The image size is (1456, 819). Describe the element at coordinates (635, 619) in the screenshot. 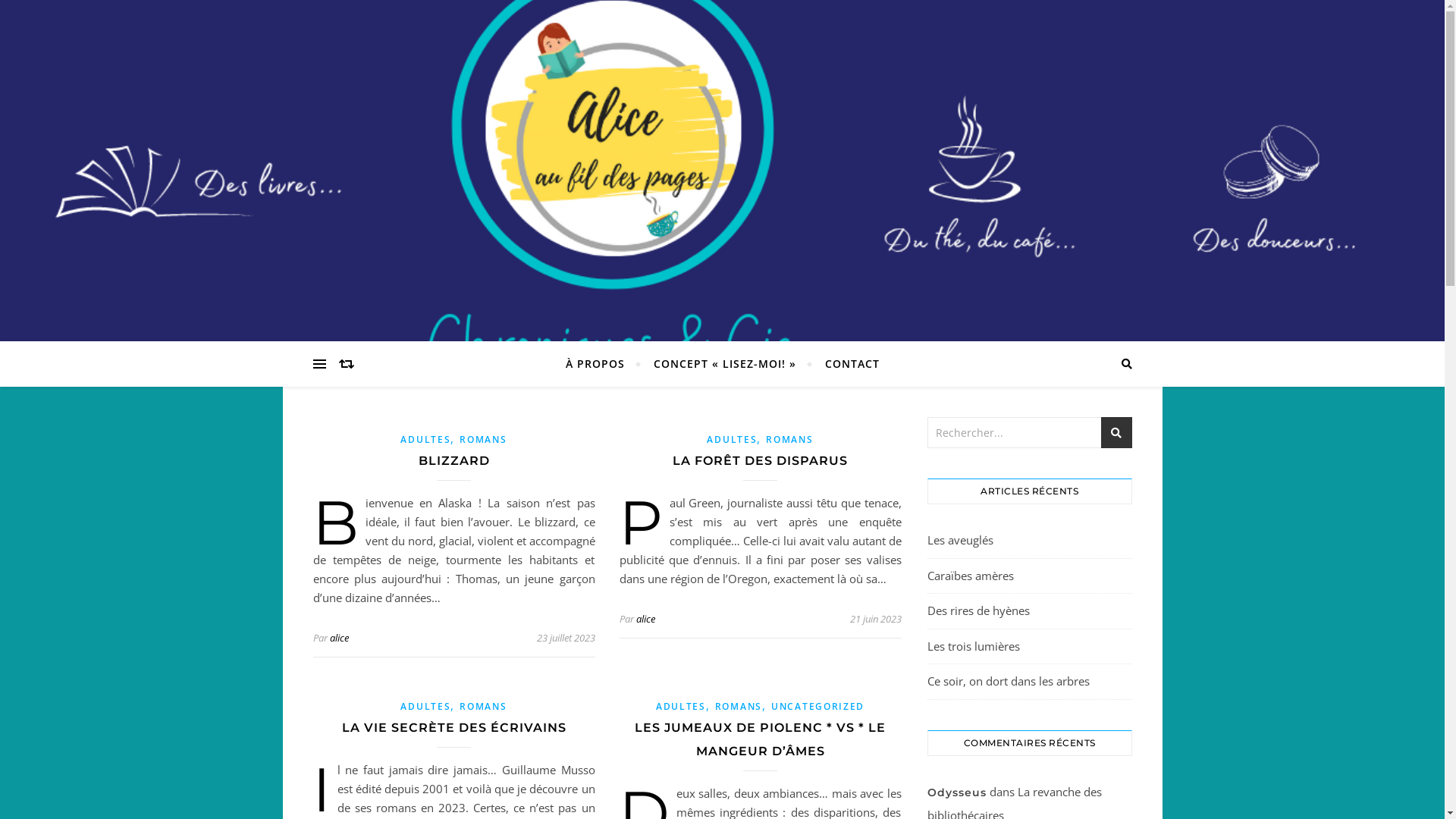

I see `'alice'` at that location.